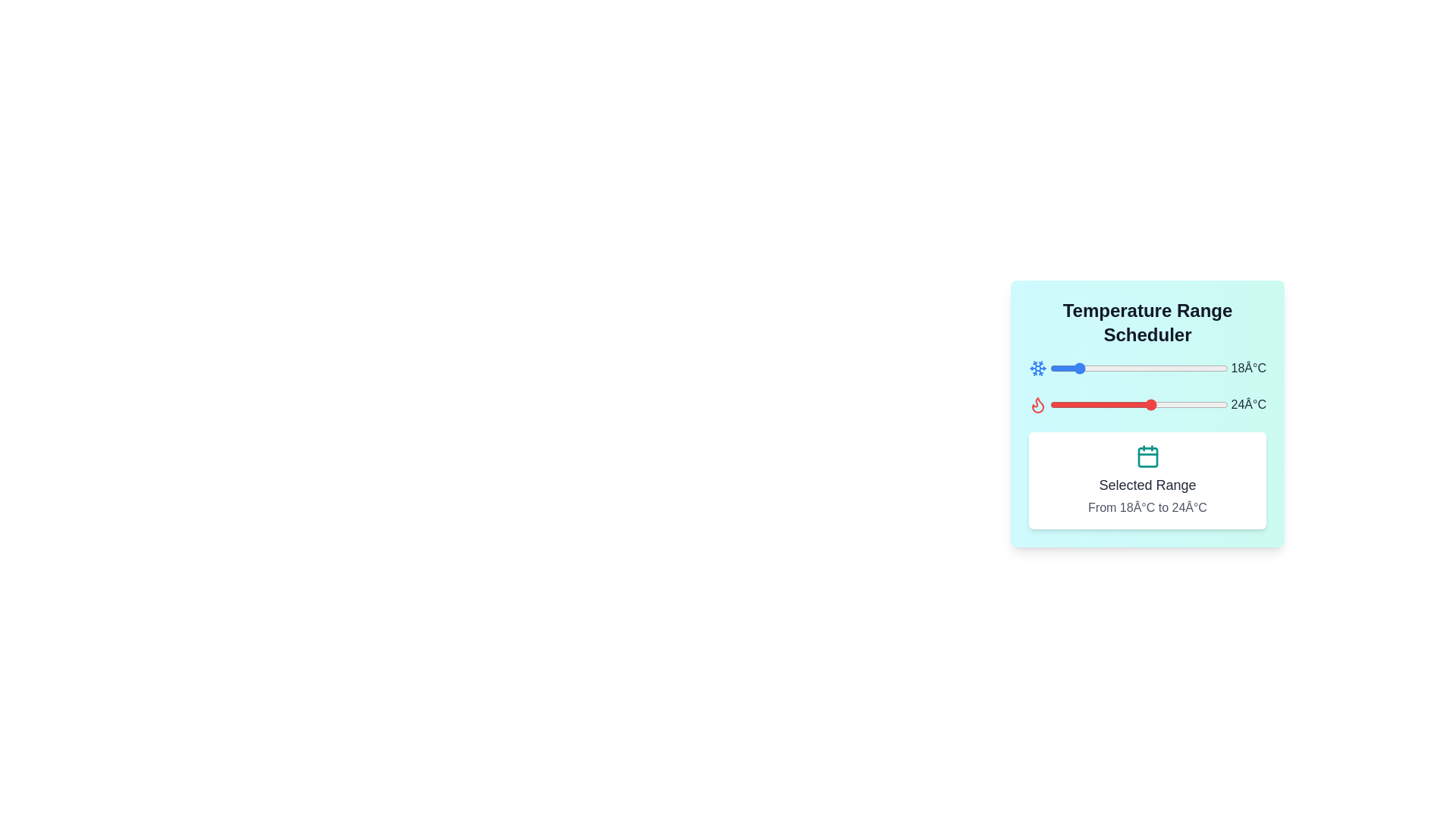 This screenshot has width=1456, height=819. I want to click on value displayed in the static text label showing '18°C', which is styled in gray color and located near the upper-right side of the temperature range slider interface, so click(1248, 369).